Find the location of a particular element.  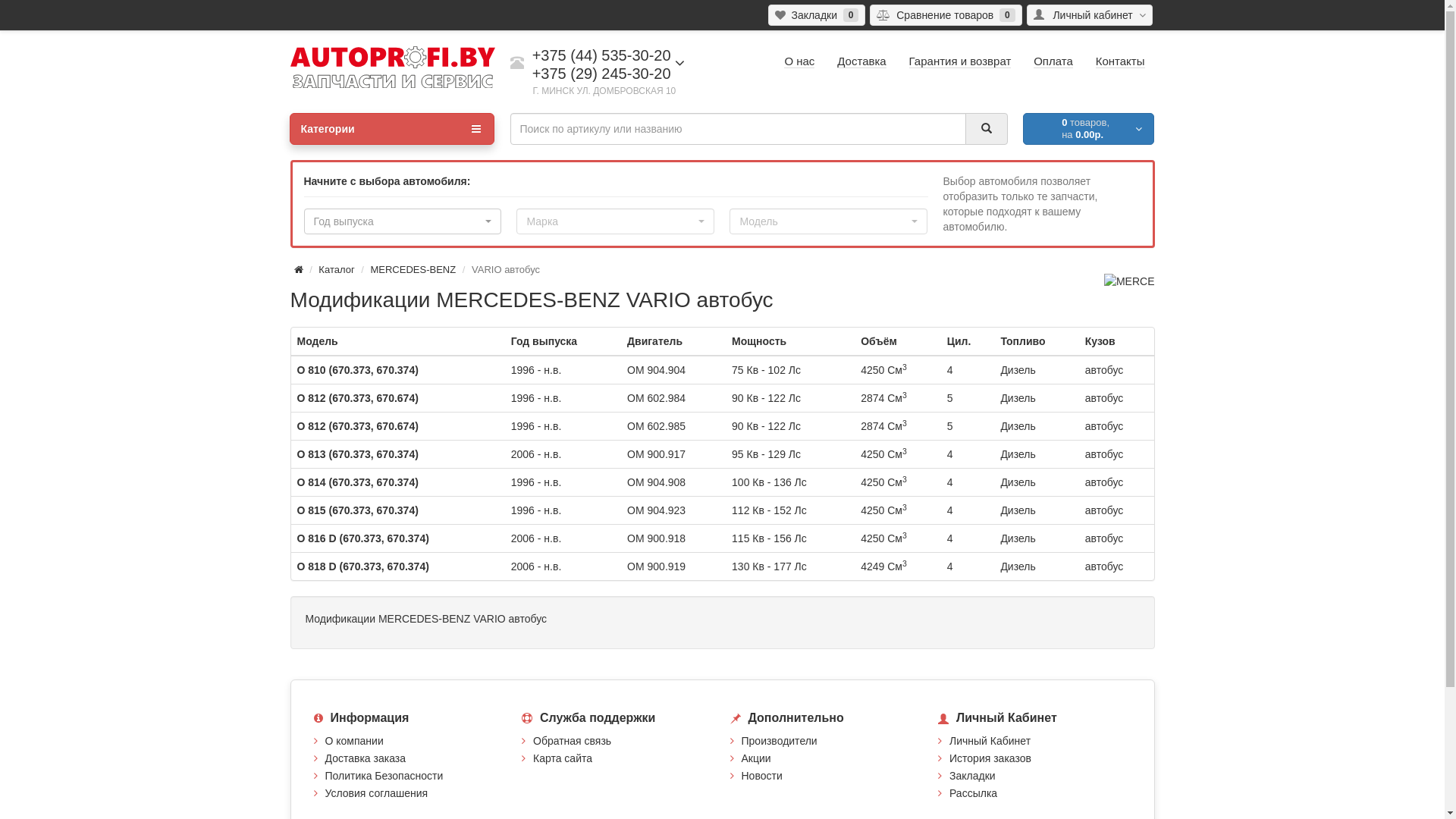

'O 812 (670.373, 670.674)' is located at coordinates (356, 397).